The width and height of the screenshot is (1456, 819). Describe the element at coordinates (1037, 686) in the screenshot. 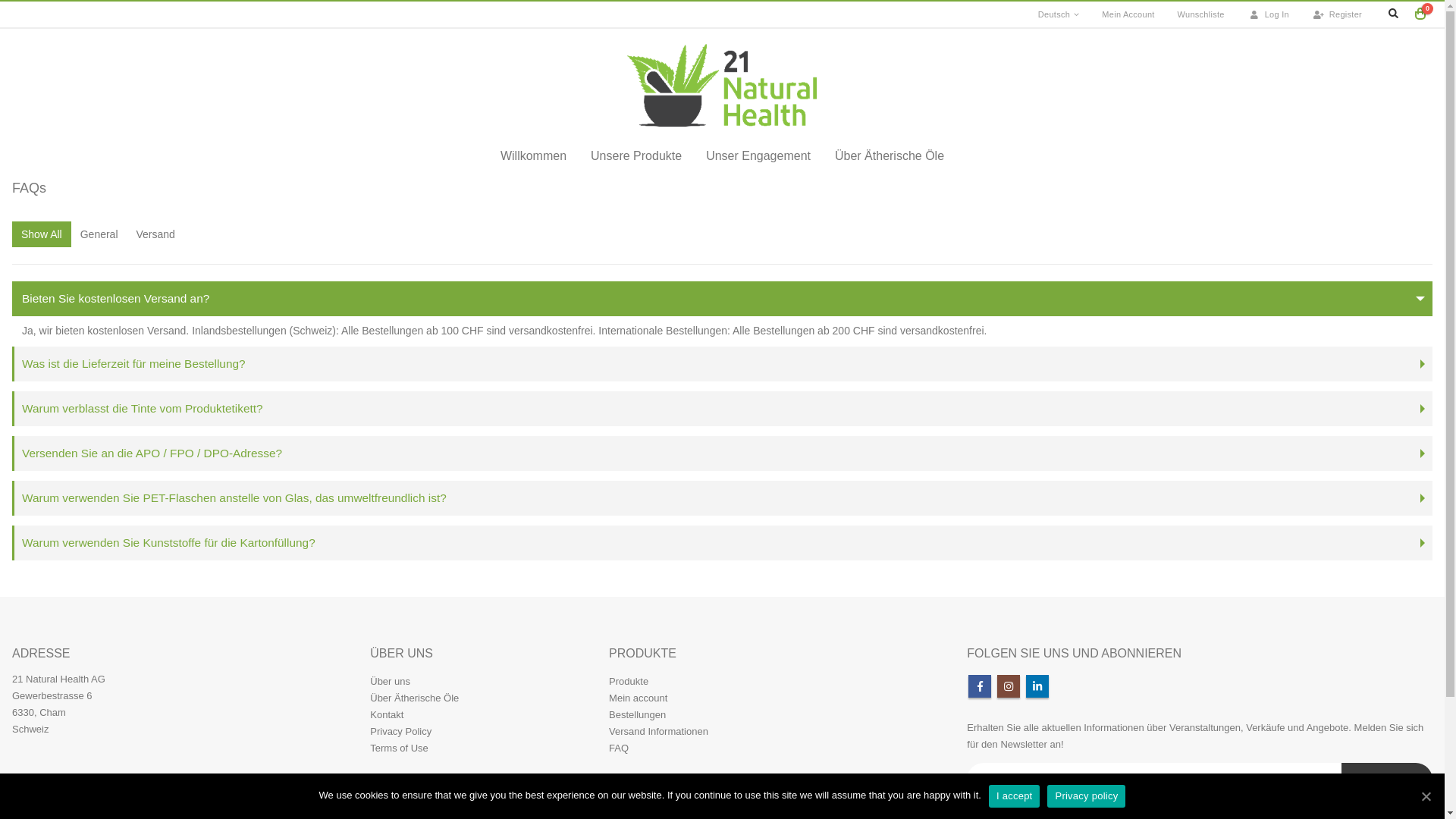

I see `'Linkedin'` at that location.